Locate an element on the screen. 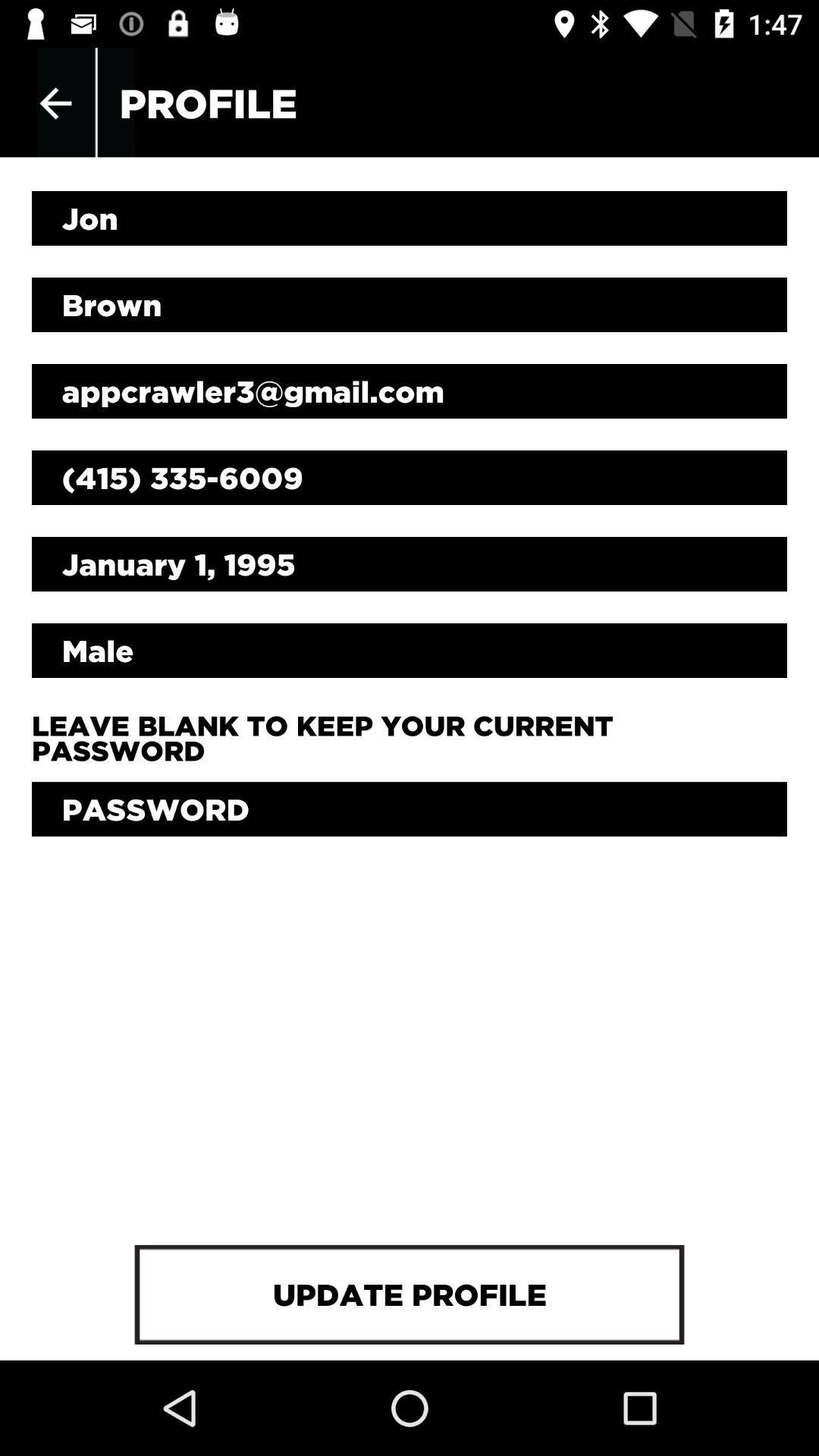 This screenshot has height=1456, width=819. male is located at coordinates (409, 651).